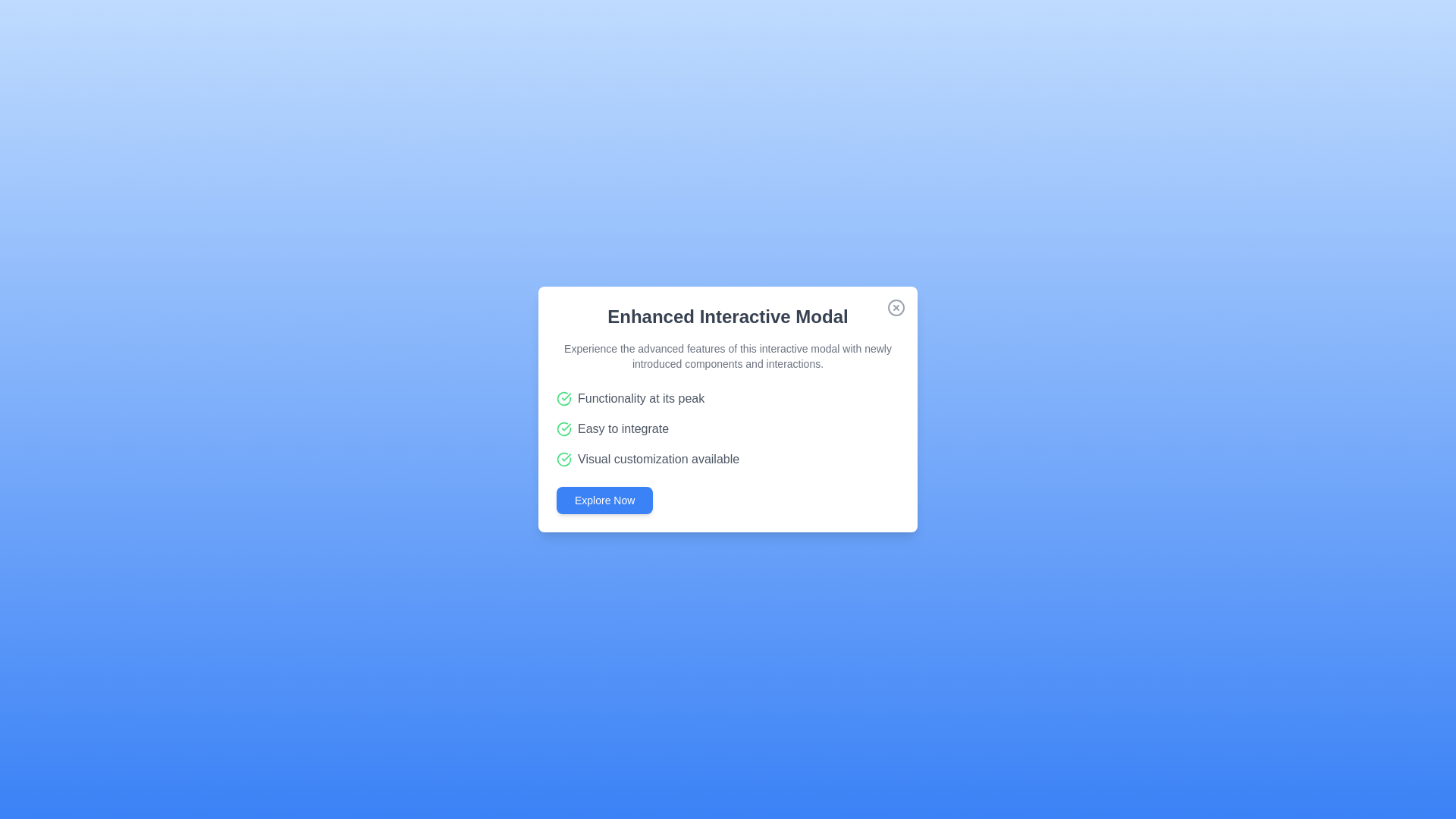 The image size is (1456, 819). What do you see at coordinates (563, 397) in the screenshot?
I see `the green circular check mark icon located to the left of the text 'Functionality at its peak'` at bounding box center [563, 397].